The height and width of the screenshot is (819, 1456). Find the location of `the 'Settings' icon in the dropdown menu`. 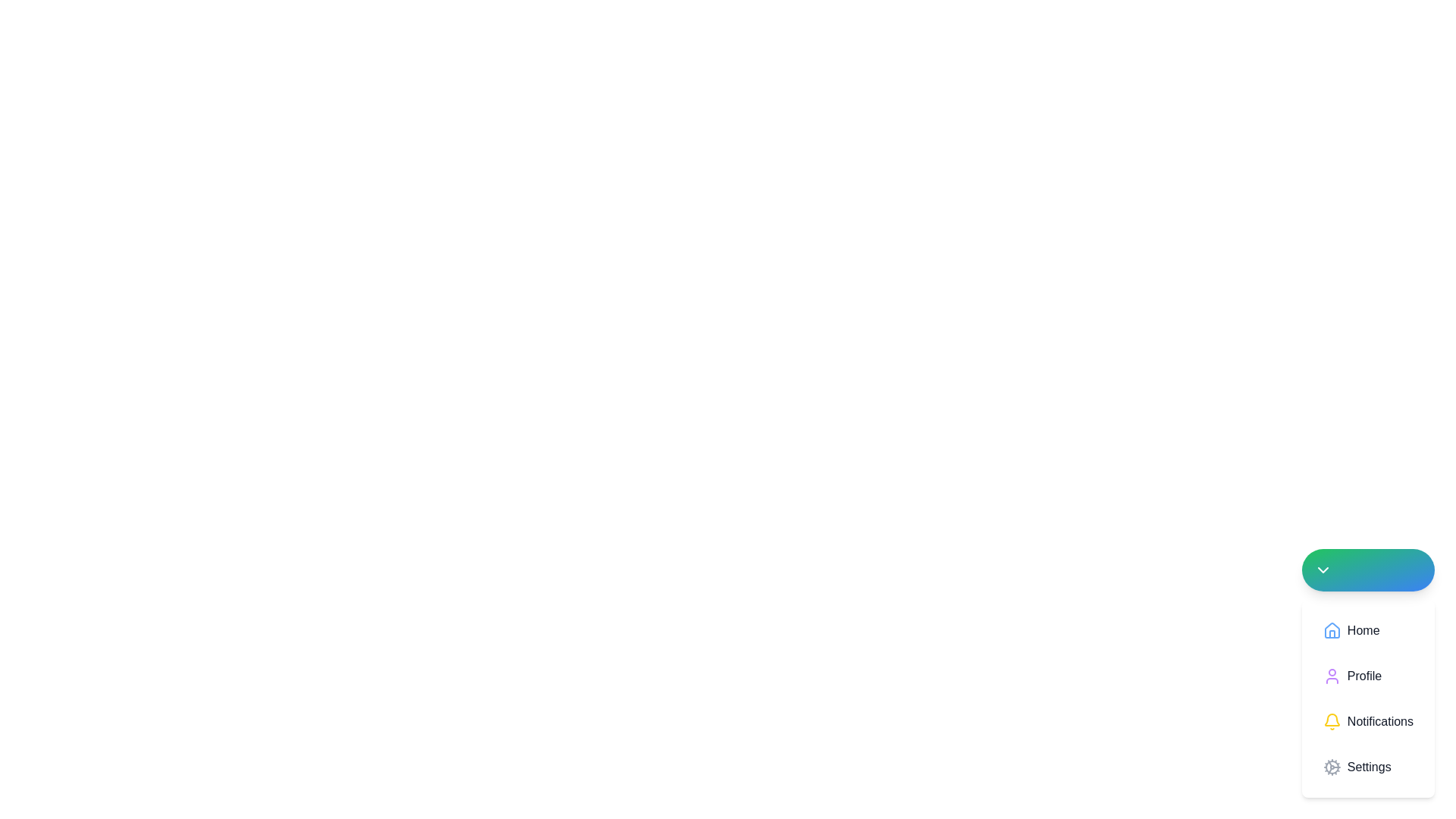

the 'Settings' icon in the dropdown menu is located at coordinates (1331, 767).